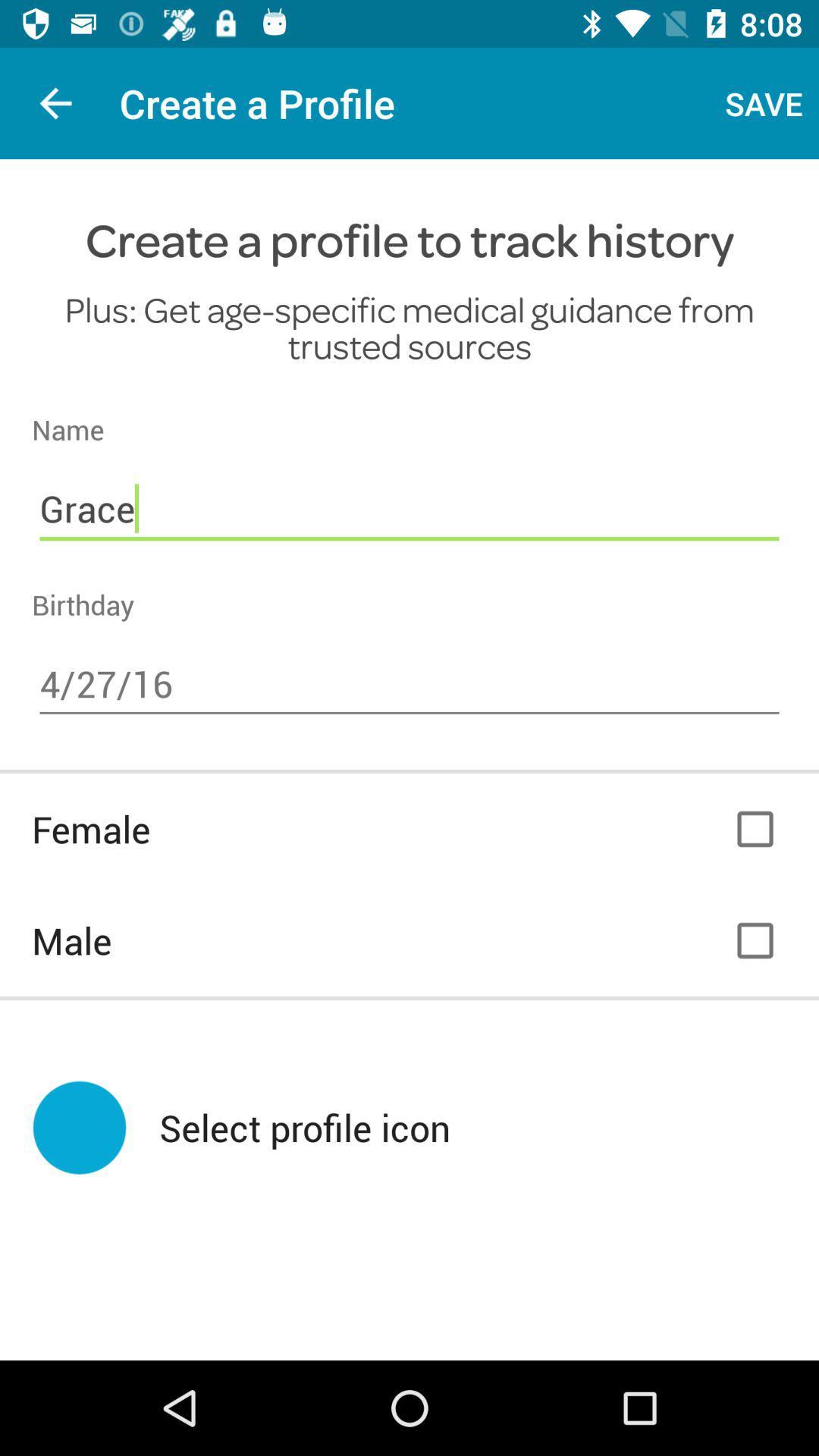 This screenshot has height=1456, width=819. I want to click on the gender female, so click(755, 828).